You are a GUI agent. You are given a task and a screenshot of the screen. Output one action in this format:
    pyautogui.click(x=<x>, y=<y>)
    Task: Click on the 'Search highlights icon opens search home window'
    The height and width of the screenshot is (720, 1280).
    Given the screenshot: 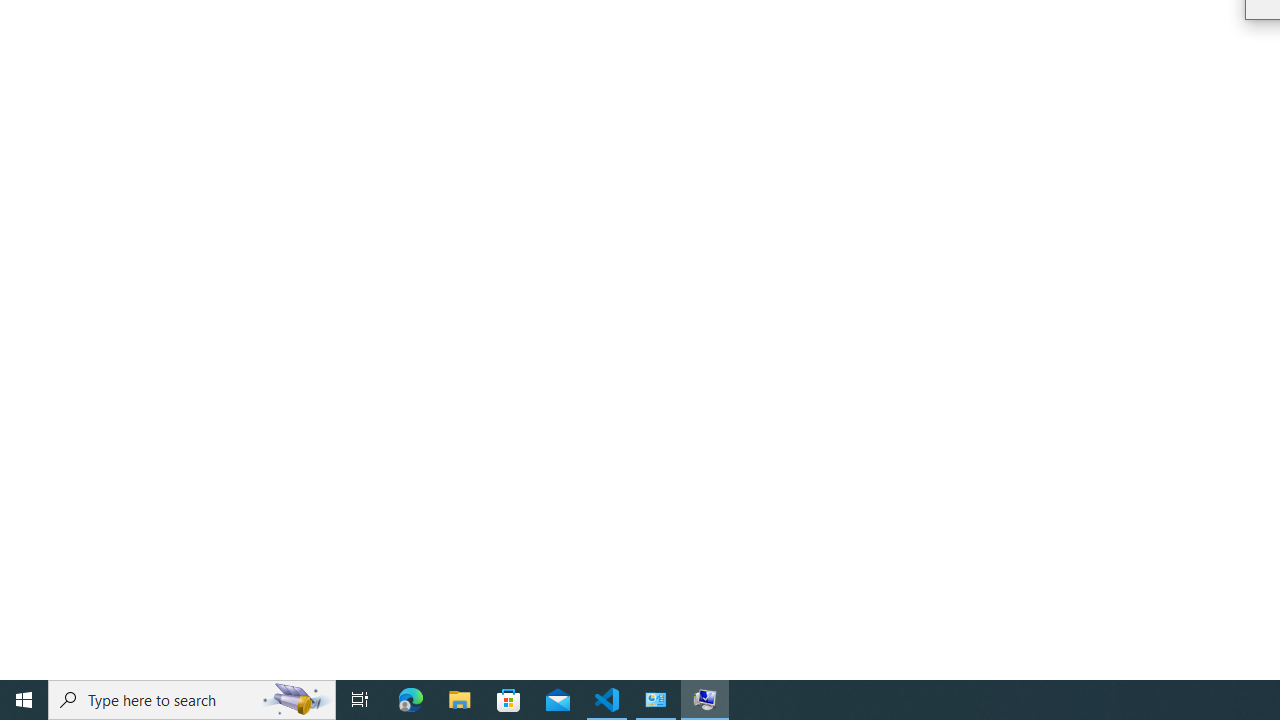 What is the action you would take?
    pyautogui.click(x=294, y=698)
    